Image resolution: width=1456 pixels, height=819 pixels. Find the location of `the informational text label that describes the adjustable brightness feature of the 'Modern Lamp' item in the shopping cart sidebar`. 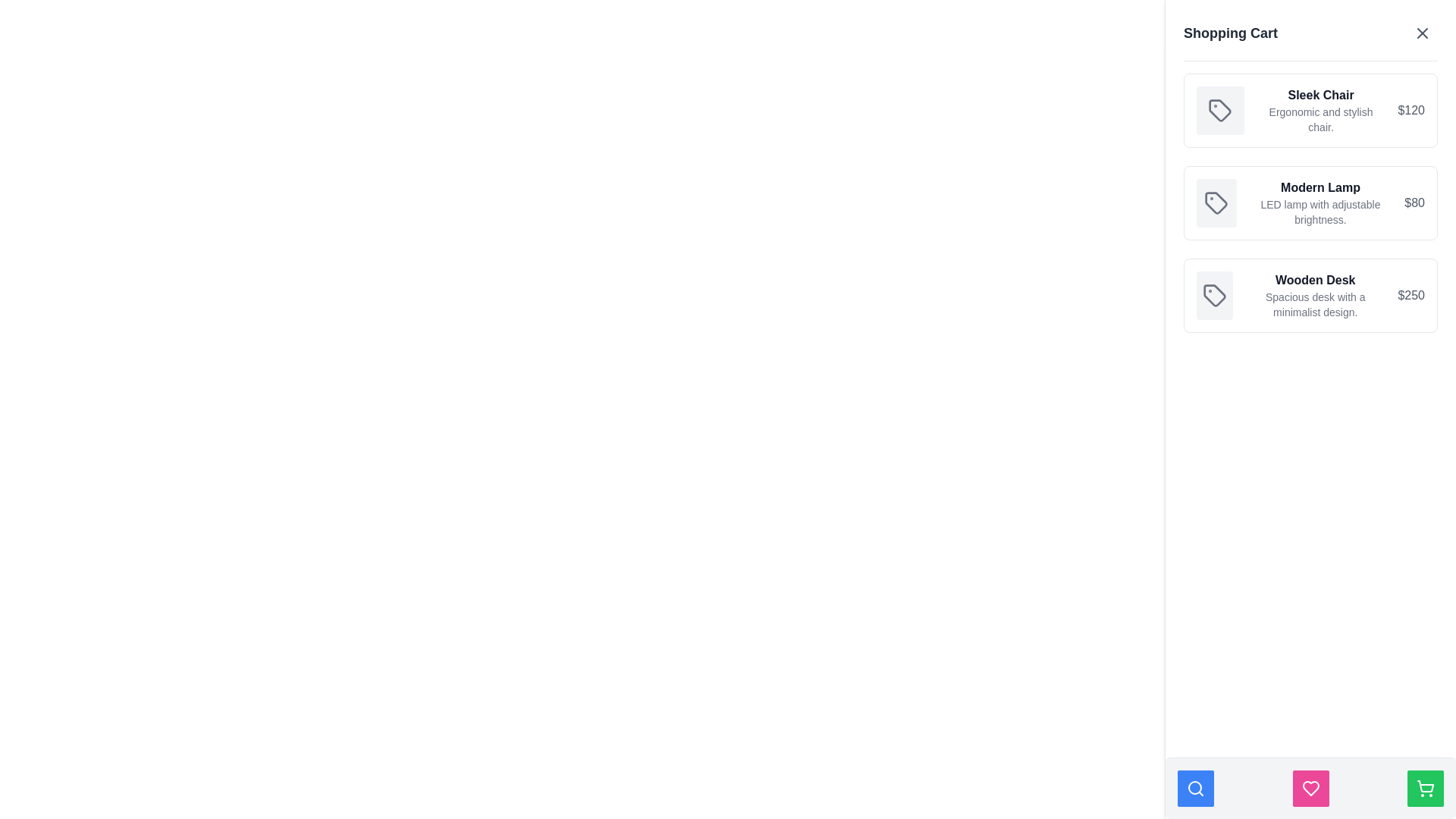

the informational text label that describes the adjustable brightness feature of the 'Modern Lamp' item in the shopping cart sidebar is located at coordinates (1319, 212).